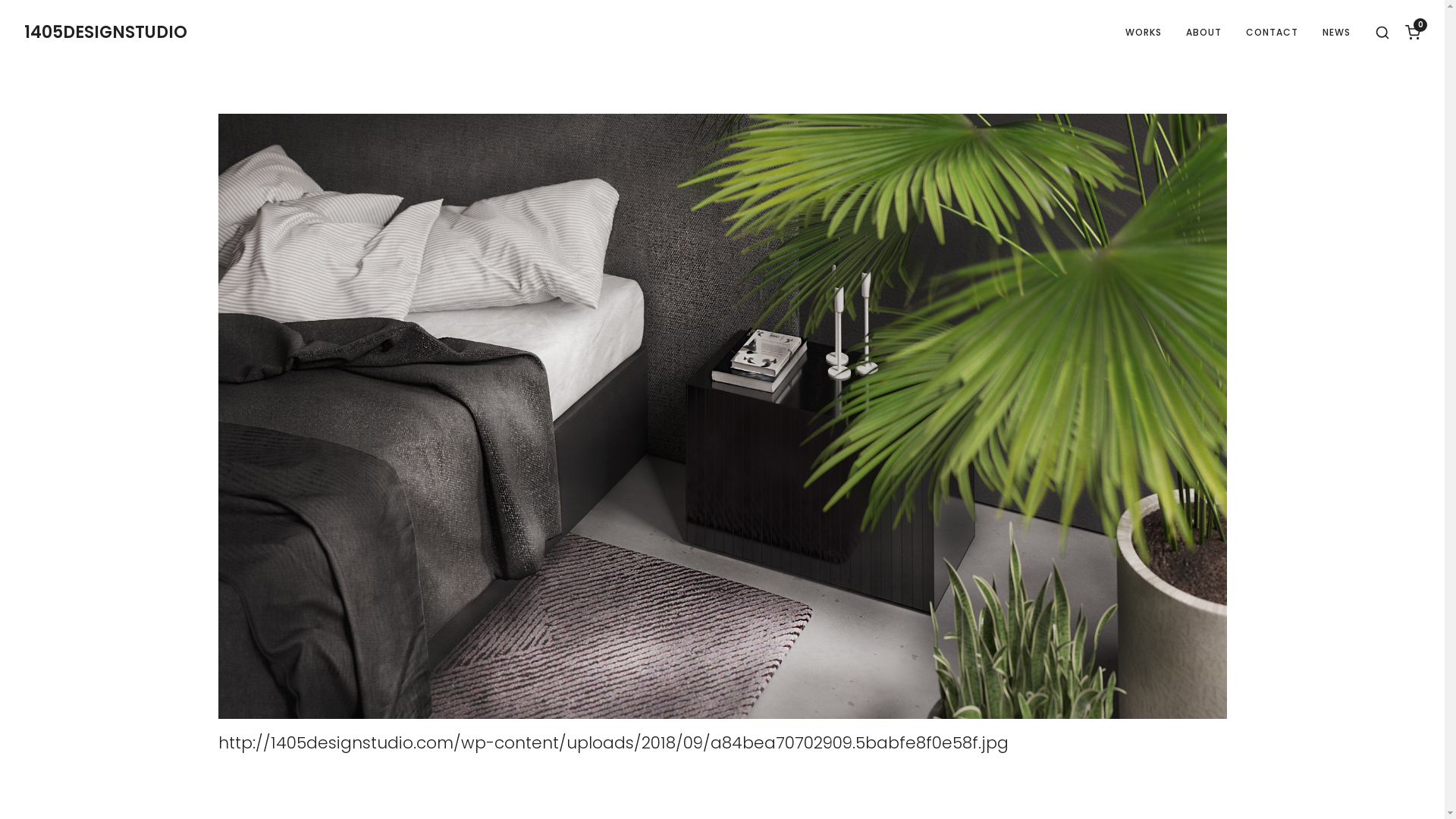  Describe the element at coordinates (1336, 32) in the screenshot. I see `'NEWS'` at that location.